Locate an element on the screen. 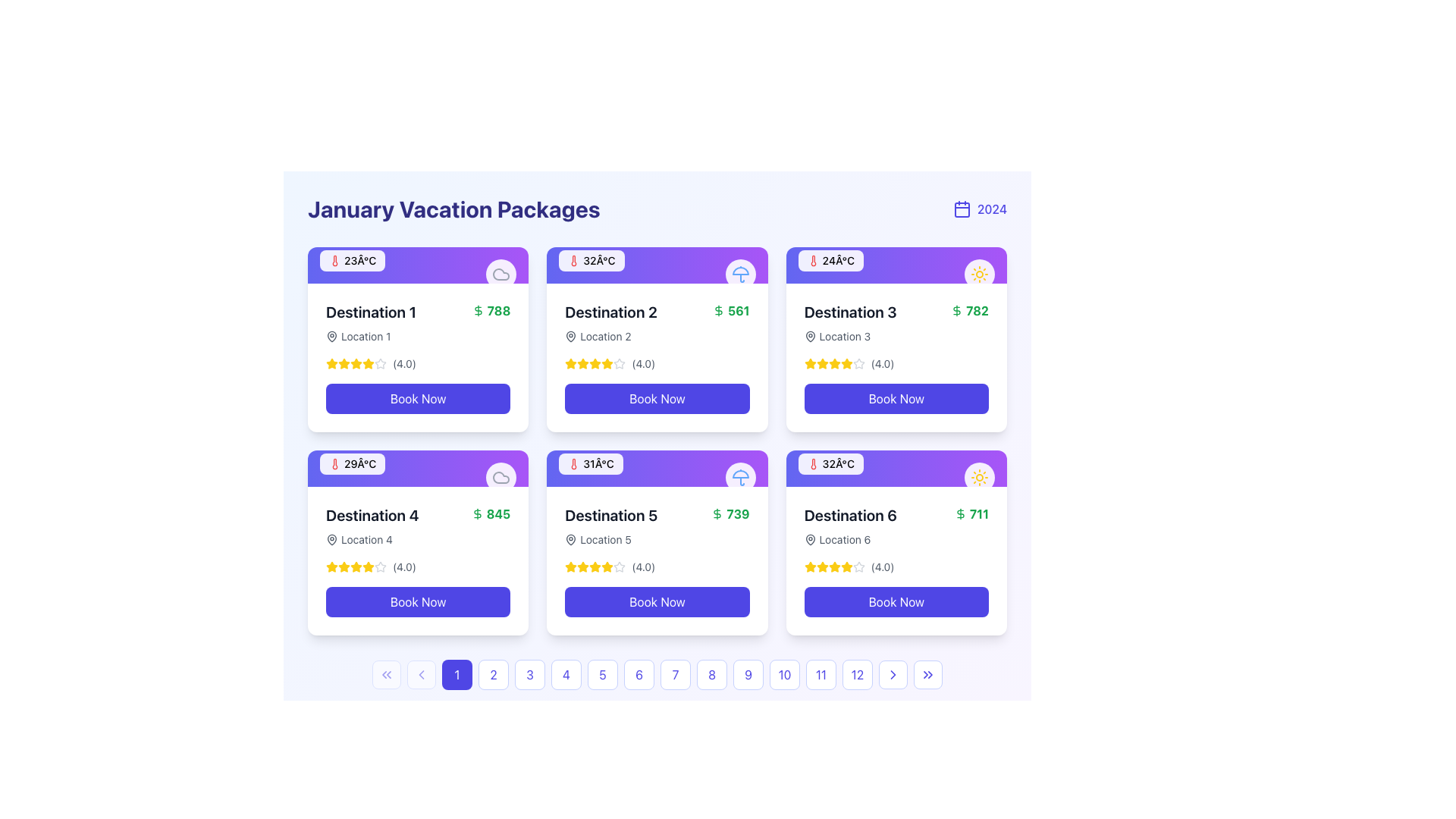  the 'Book Now' button located at the bottom of the Informational card about 'Destination 5' is located at coordinates (657, 561).